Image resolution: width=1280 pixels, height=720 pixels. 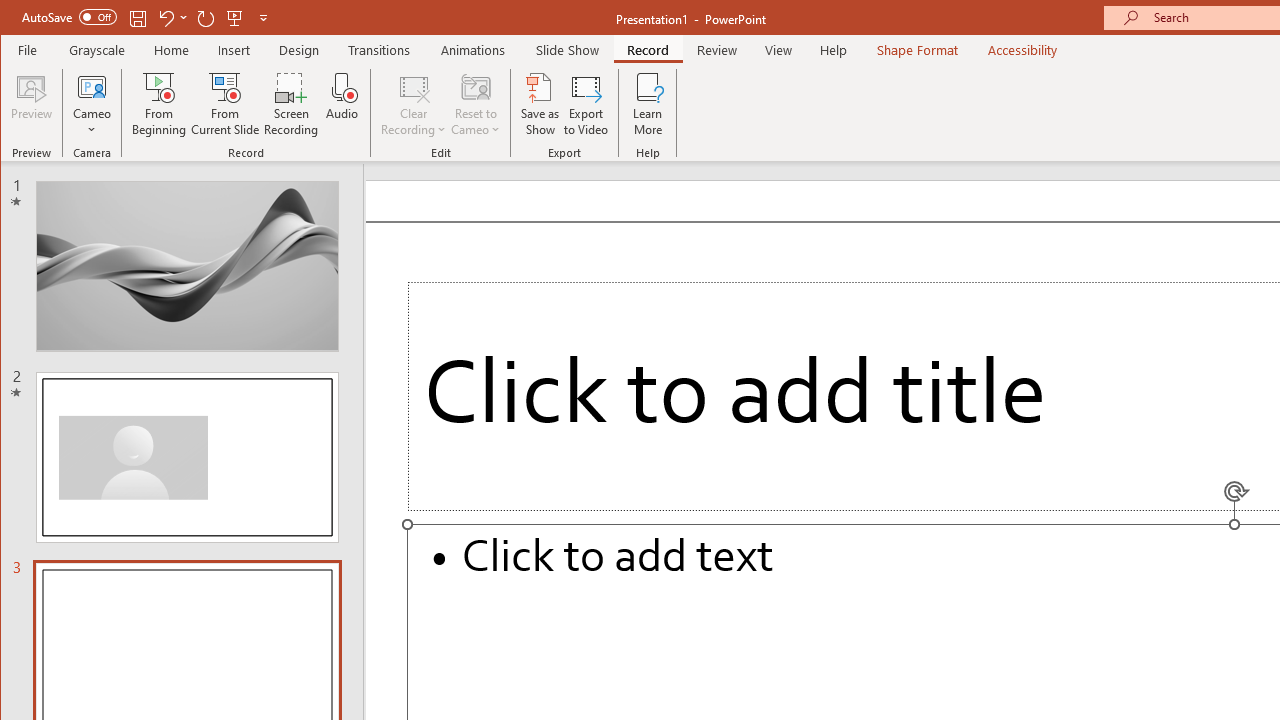 I want to click on 'Insert', so click(x=234, y=49).